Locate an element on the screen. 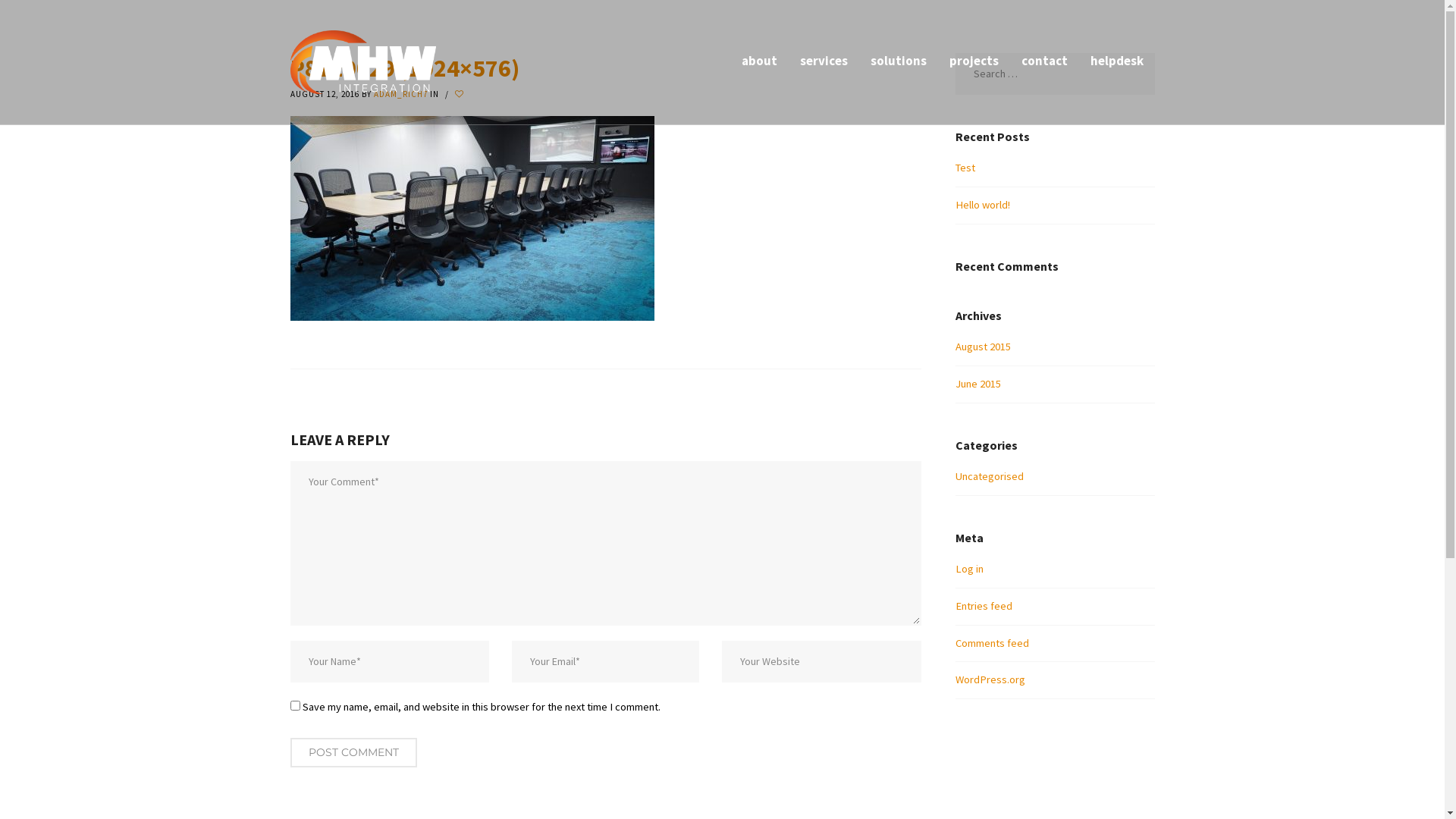  'August 2015' is located at coordinates (983, 346).